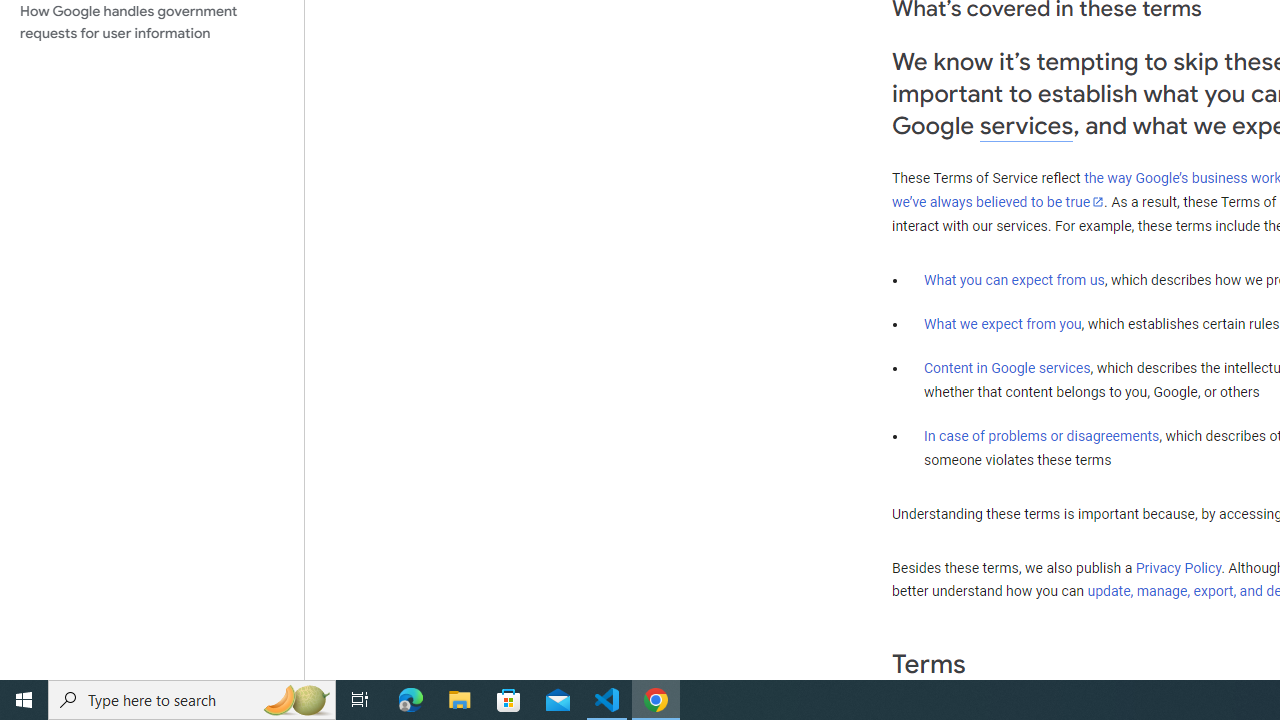  I want to click on 'Content in Google services', so click(1007, 368).